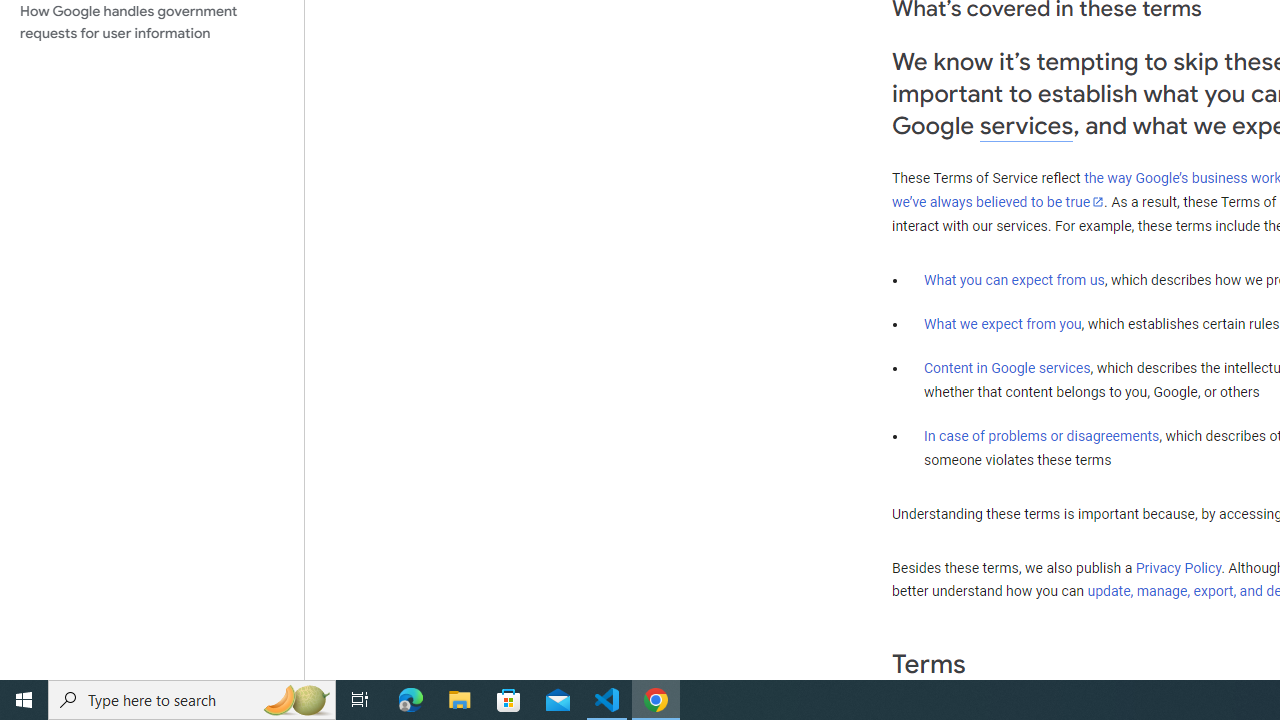  I want to click on 'Content in Google services', so click(1007, 368).